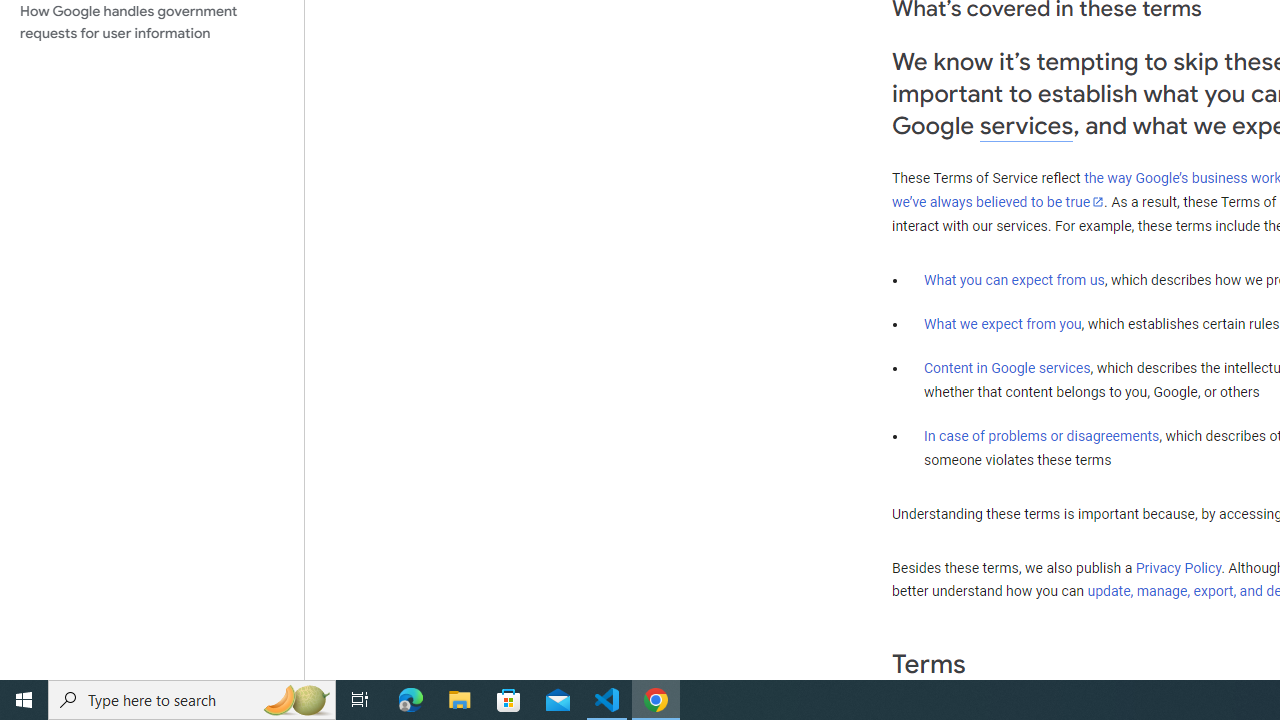  I want to click on 'Content in Google services', so click(1007, 368).